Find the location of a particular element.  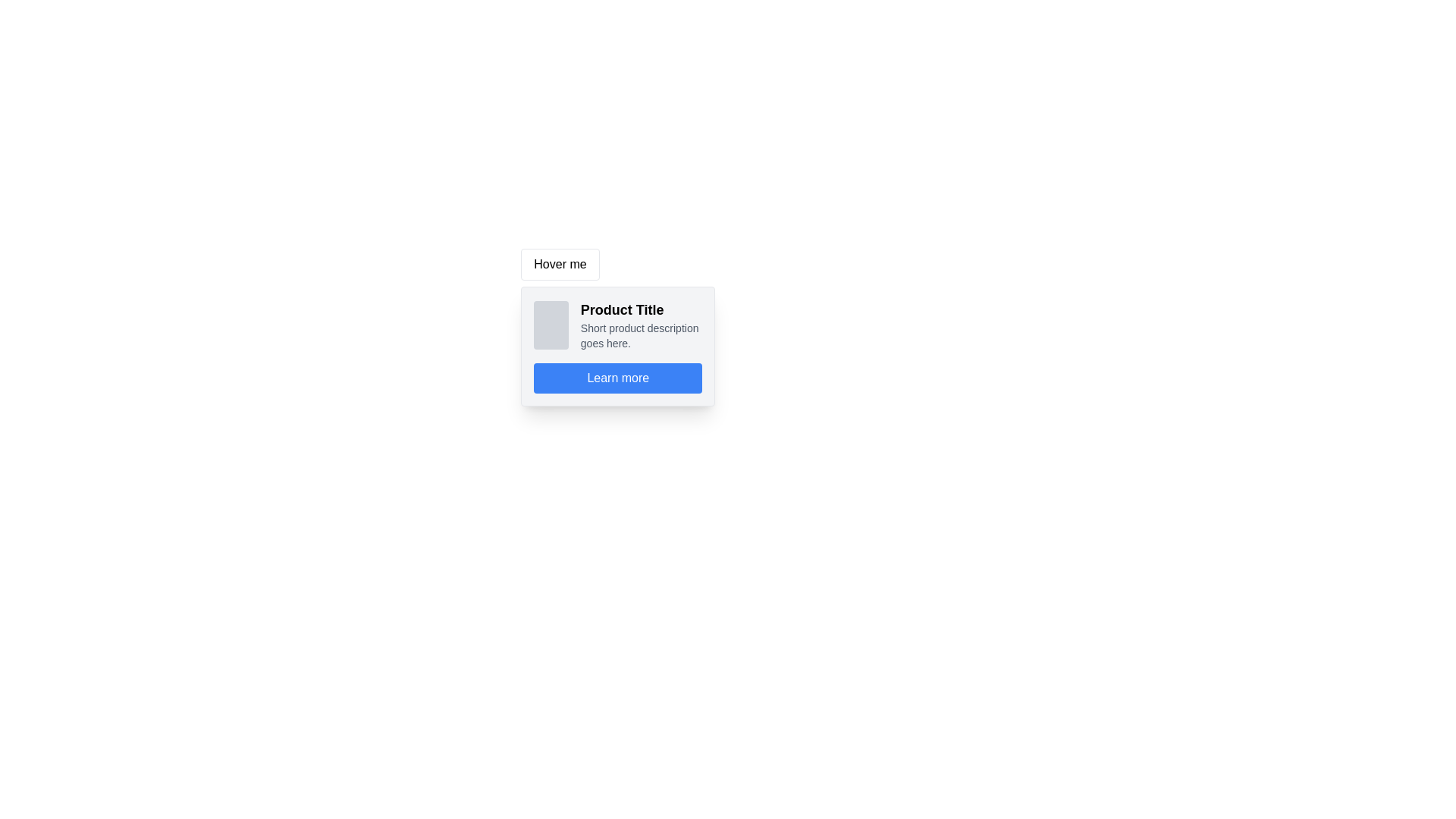

the title text block of the product card, which is located at the top of the card, aligned with the image to its left is located at coordinates (642, 309).